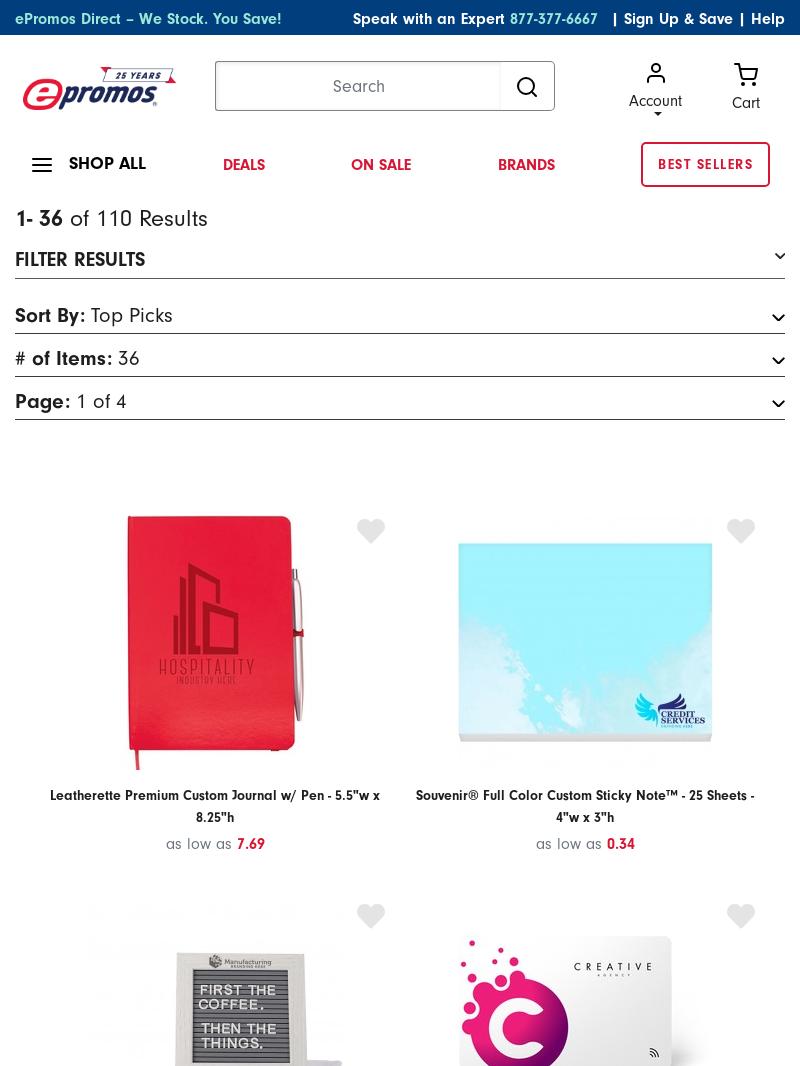  I want to click on '7.69', so click(235, 842).